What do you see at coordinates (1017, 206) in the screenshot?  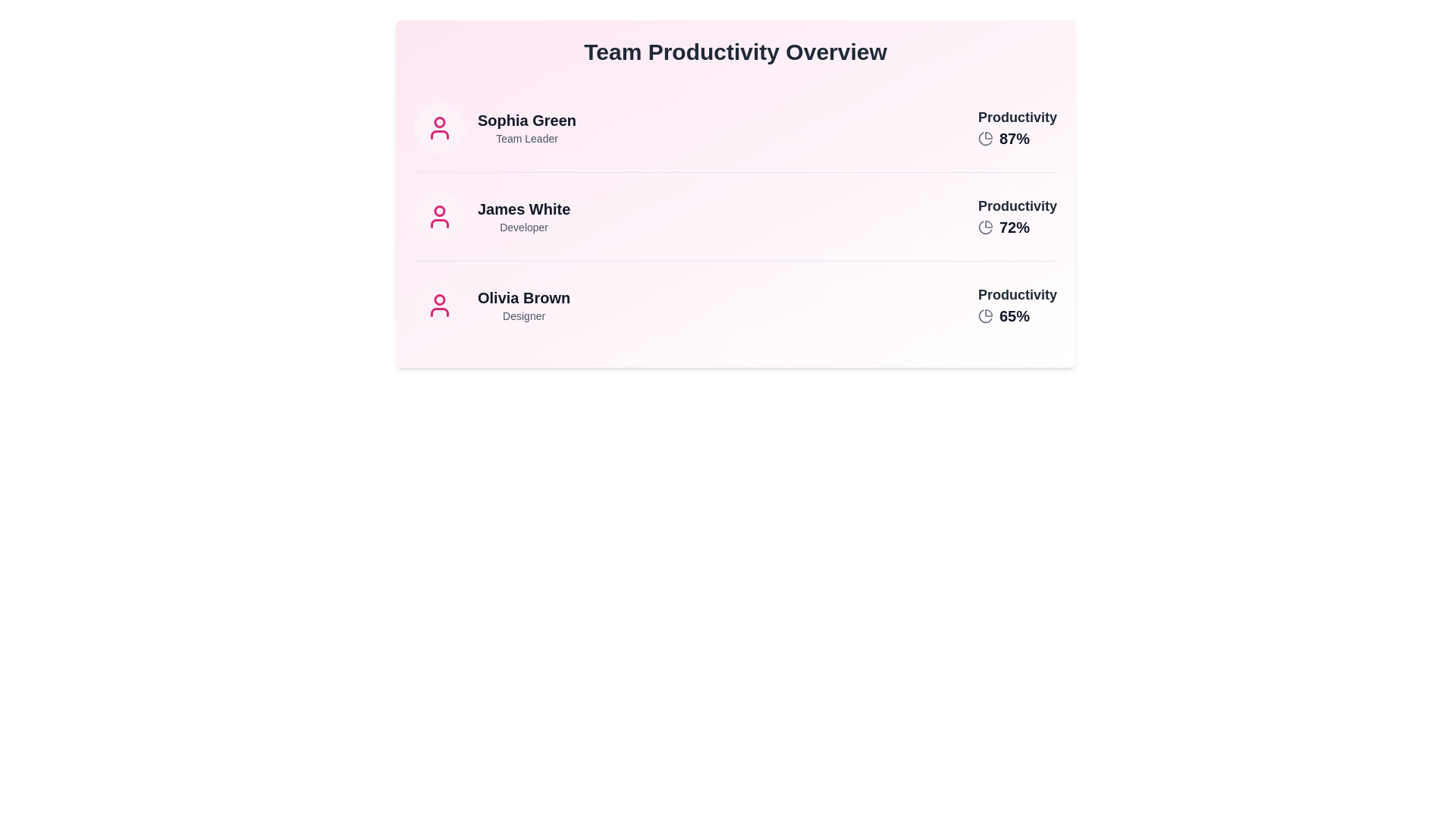 I see `the text label that describes the productivity metric for 'James White', located at the top of its group, aligned to the right near the center of the second card` at bounding box center [1017, 206].